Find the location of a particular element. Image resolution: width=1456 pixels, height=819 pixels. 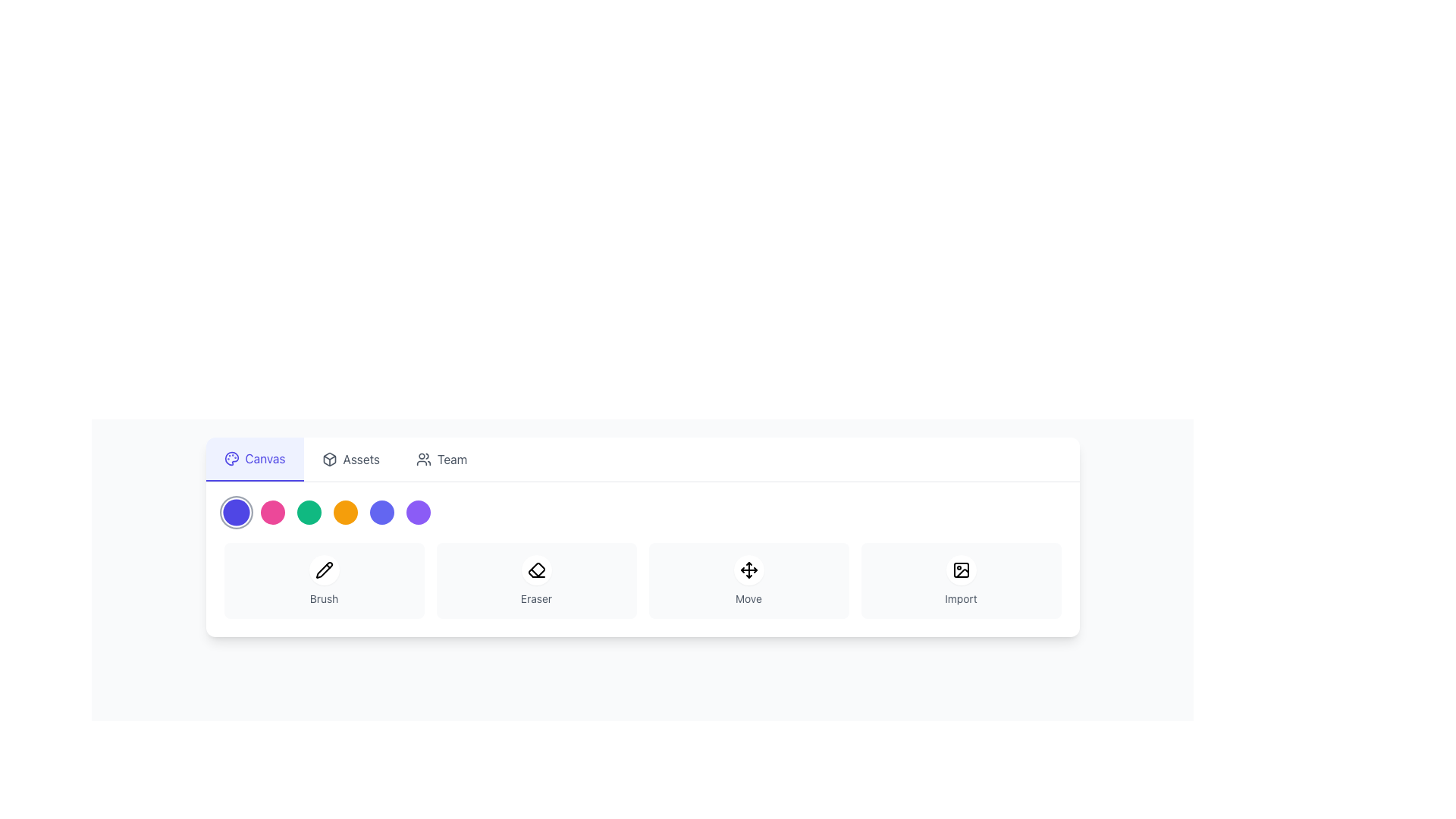

the fifth circular button in the toolbar is located at coordinates (381, 512).